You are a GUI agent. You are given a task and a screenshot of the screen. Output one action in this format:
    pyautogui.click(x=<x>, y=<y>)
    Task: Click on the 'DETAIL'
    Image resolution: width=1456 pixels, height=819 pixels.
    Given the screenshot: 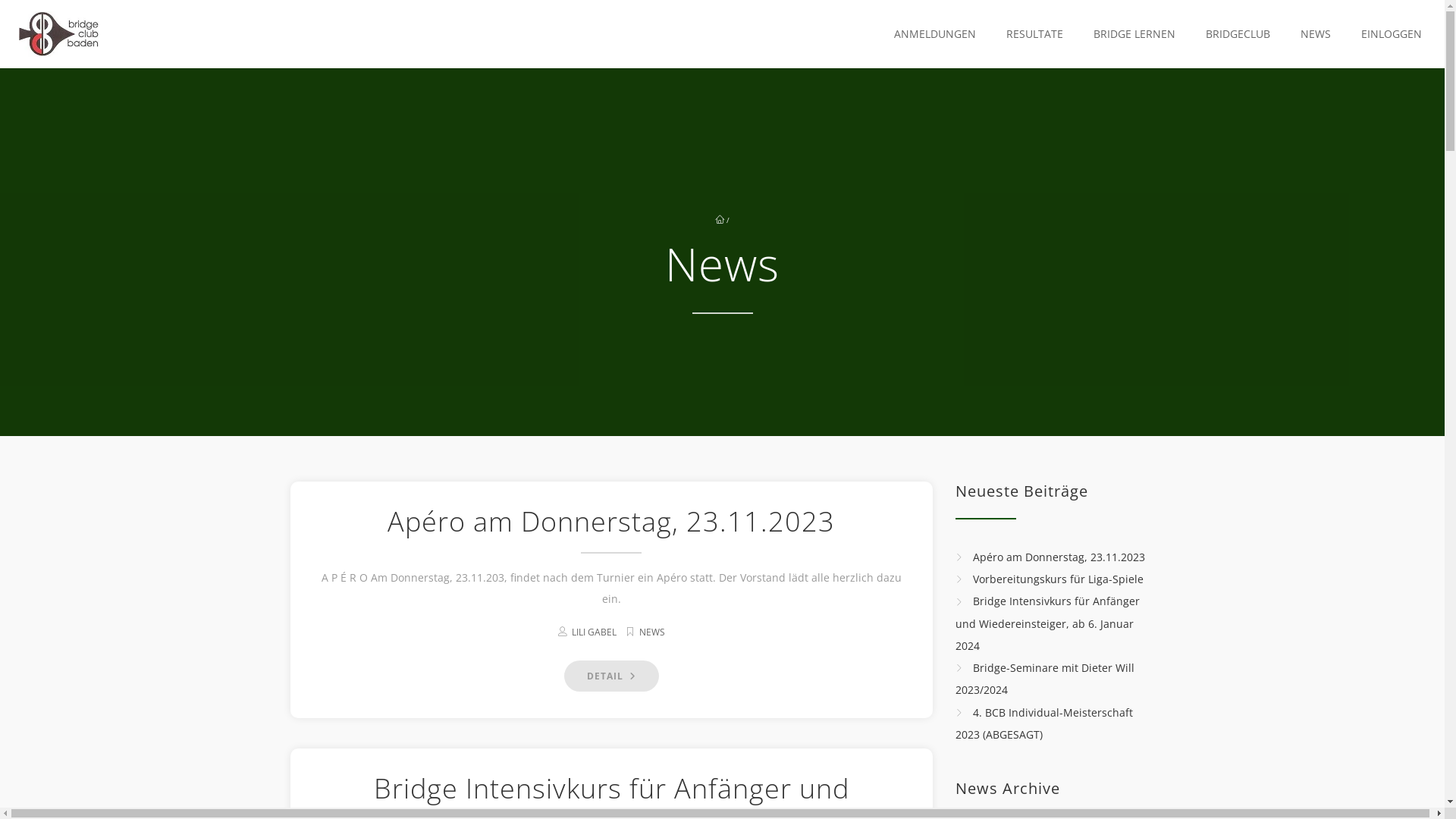 What is the action you would take?
    pyautogui.click(x=563, y=675)
    